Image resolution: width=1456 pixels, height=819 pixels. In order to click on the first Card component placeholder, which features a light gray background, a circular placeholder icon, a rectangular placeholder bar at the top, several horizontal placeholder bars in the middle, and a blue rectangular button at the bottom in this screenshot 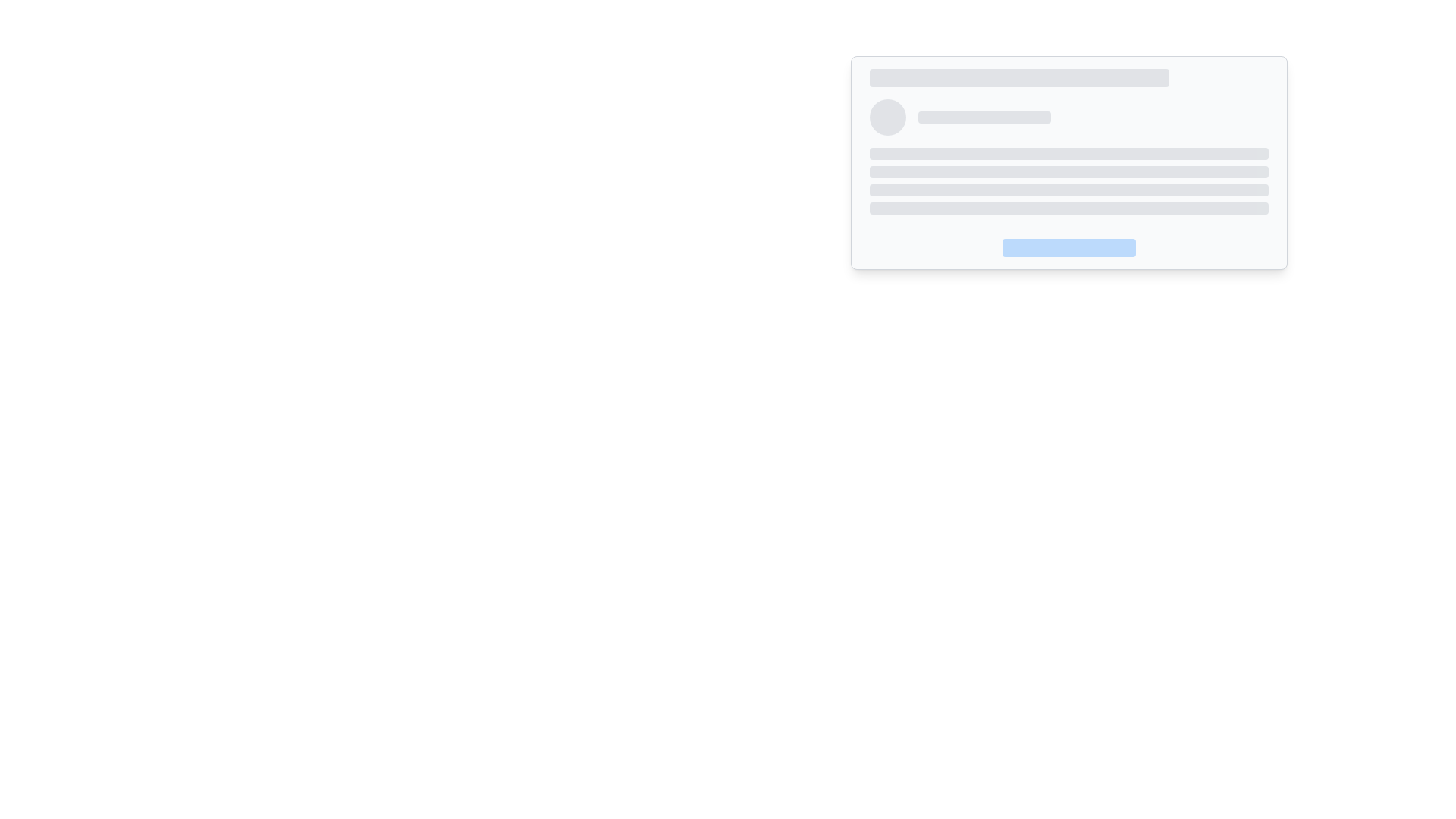, I will do `click(1068, 163)`.